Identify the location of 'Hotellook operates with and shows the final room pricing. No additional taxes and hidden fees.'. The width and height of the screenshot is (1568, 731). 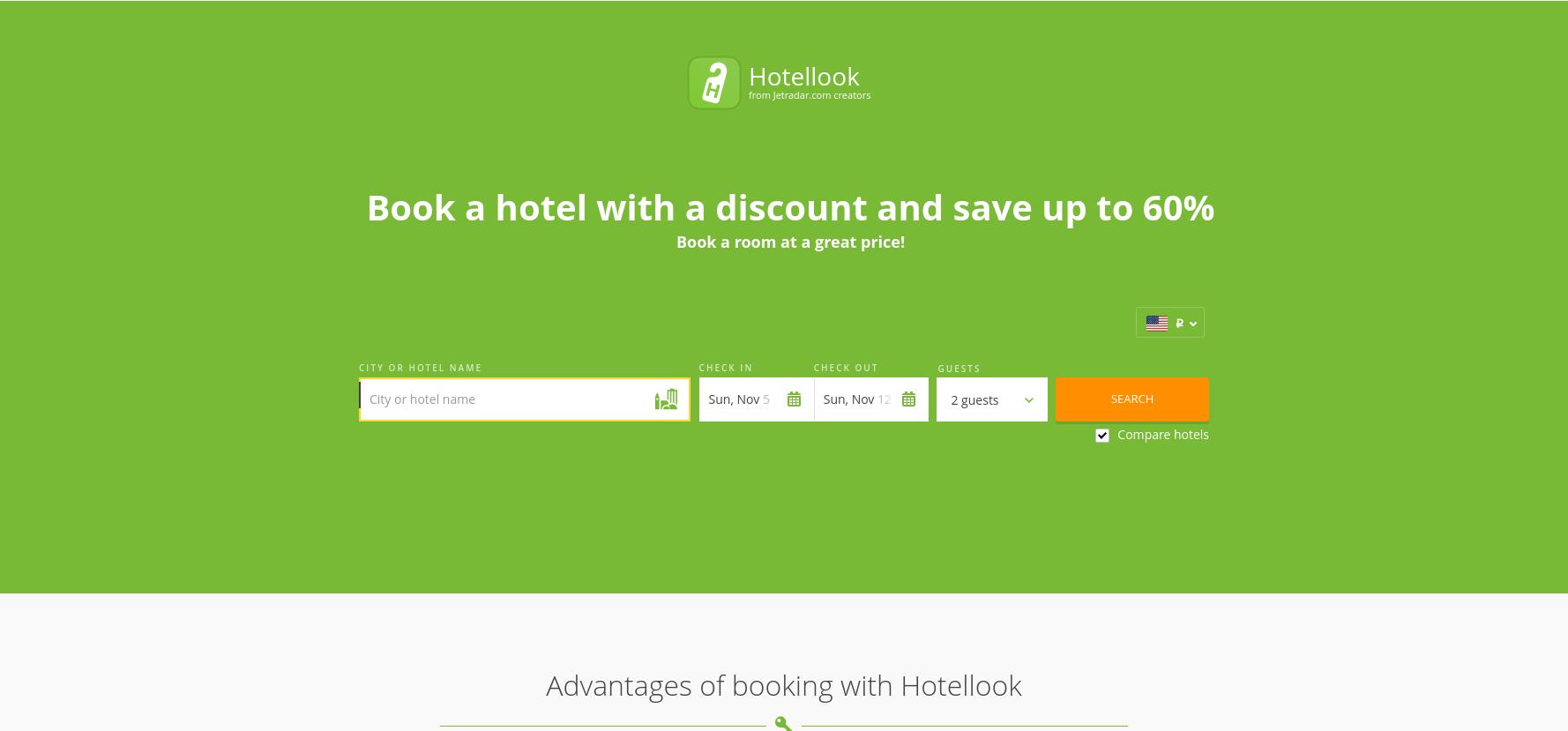
(597, 498).